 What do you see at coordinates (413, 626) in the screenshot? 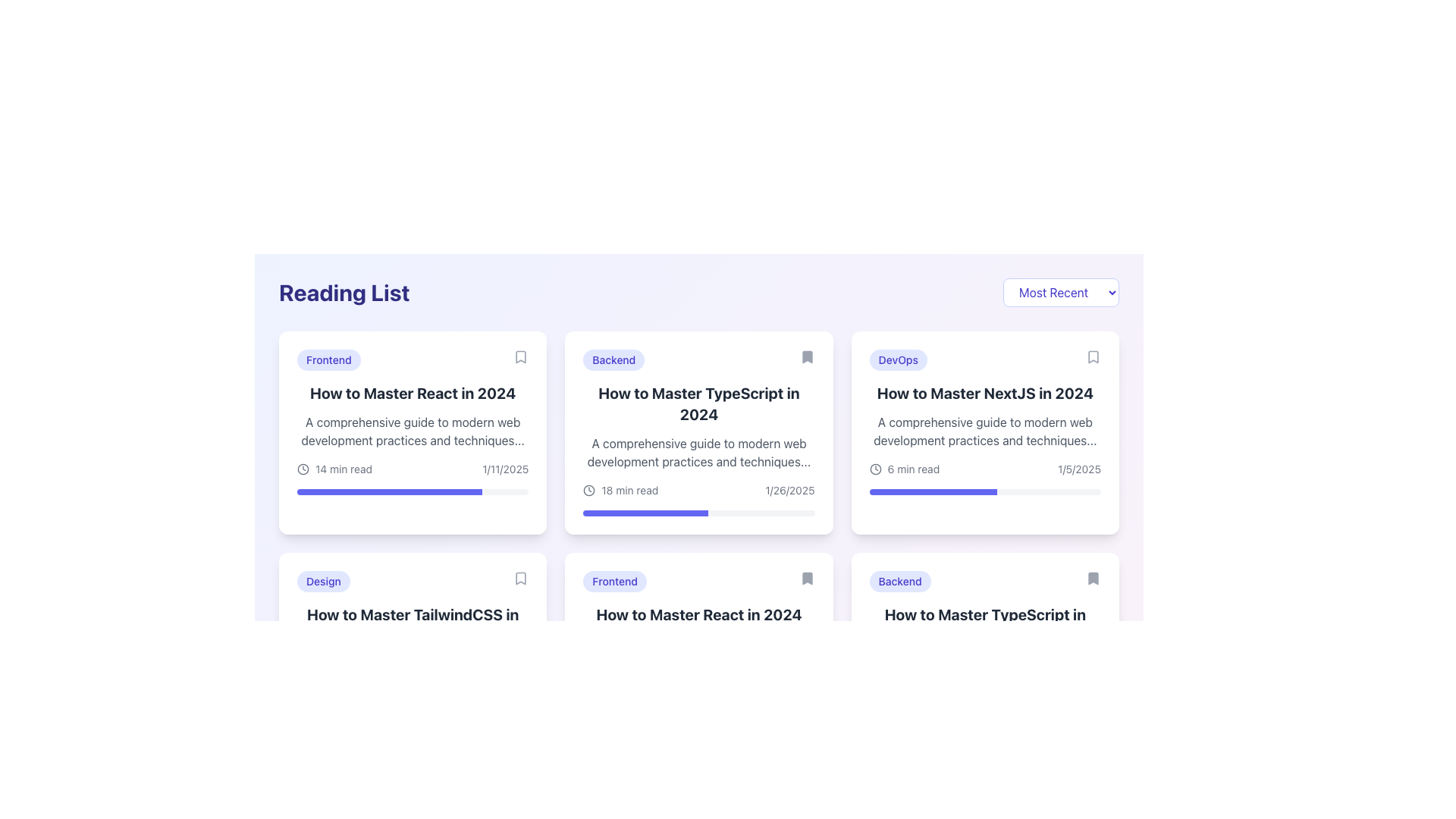
I see `the text block displaying 'How to Master TailwindCSS in 2024'` at bounding box center [413, 626].